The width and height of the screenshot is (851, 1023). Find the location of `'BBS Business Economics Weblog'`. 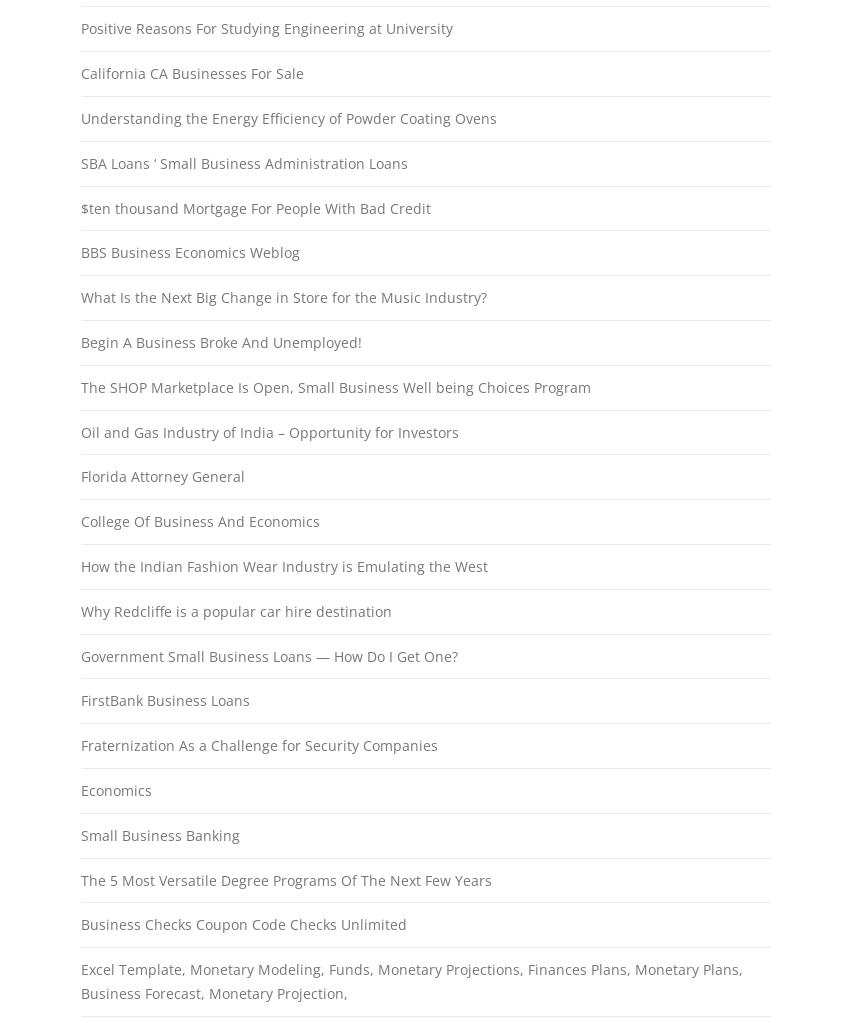

'BBS Business Economics Weblog' is located at coordinates (78, 252).